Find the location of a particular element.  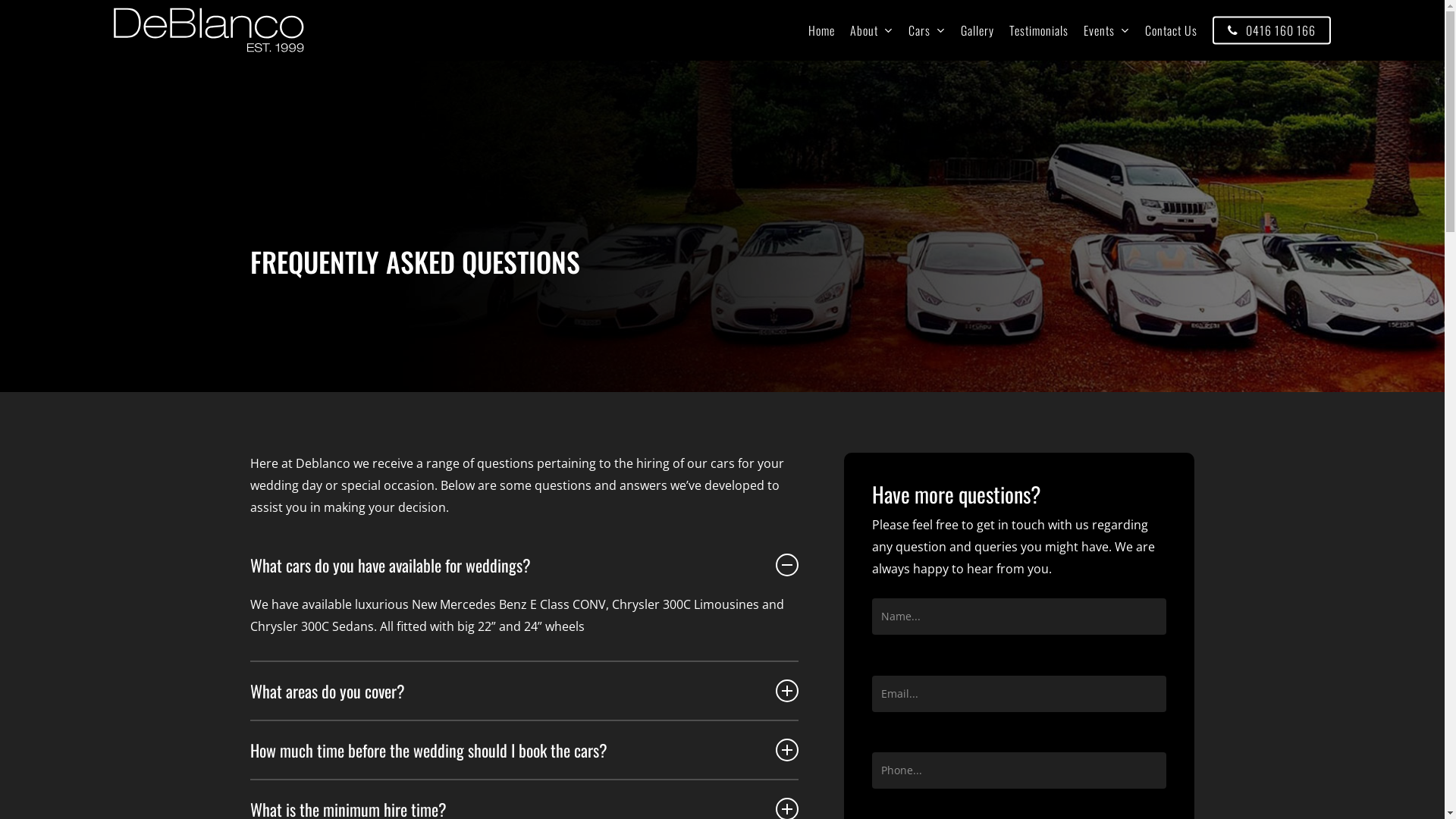

'Gallery' is located at coordinates (977, 30).